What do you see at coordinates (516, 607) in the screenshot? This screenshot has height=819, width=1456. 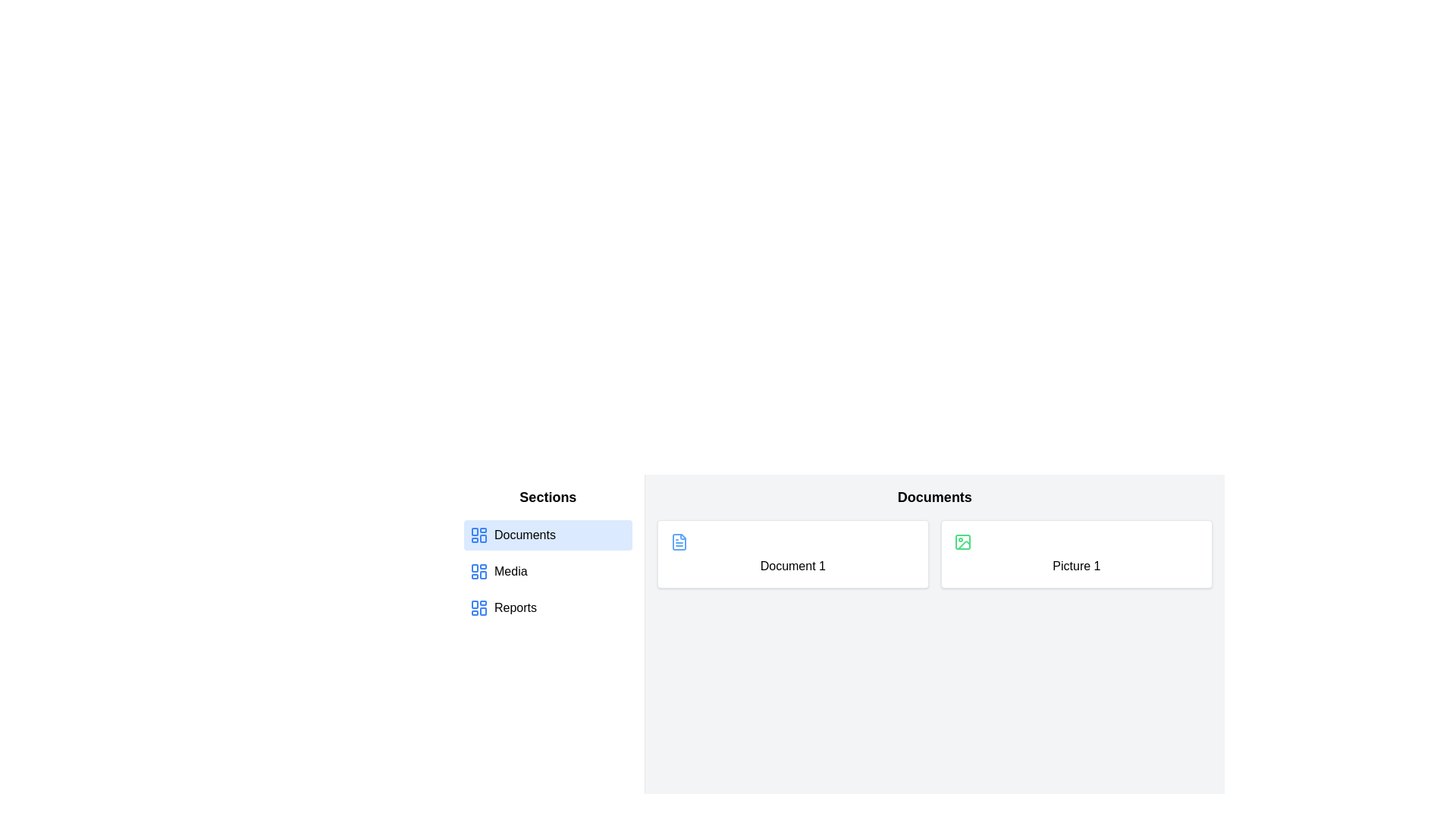 I see `the 'Reports' text label, which is the third navigation item in the vertical menu on the left side of the interface` at bounding box center [516, 607].